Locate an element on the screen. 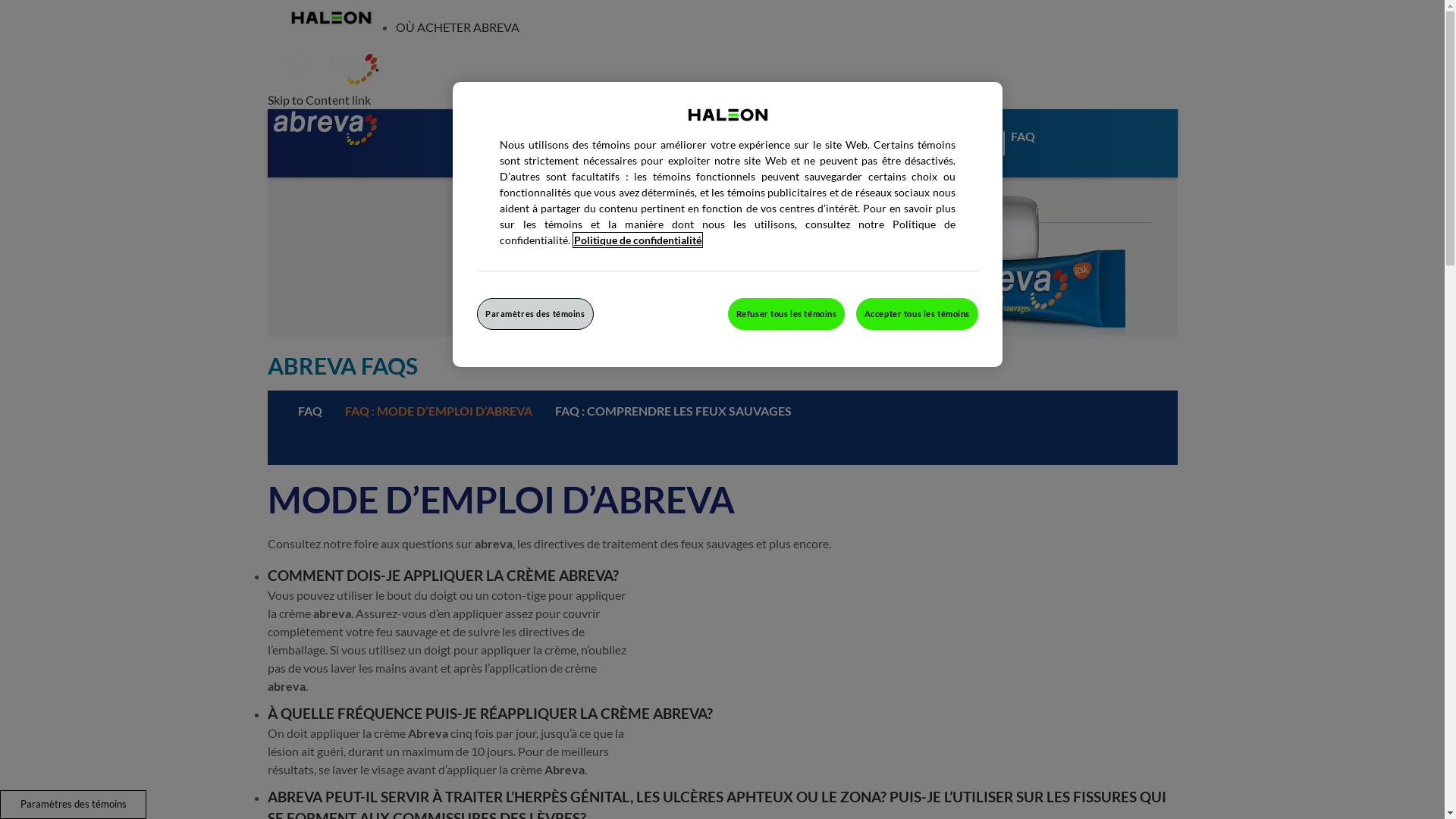 This screenshot has height=819, width=1456. 'FAQ : COMPRENDRE LES FEUX SAUVAGES' is located at coordinates (673, 411).